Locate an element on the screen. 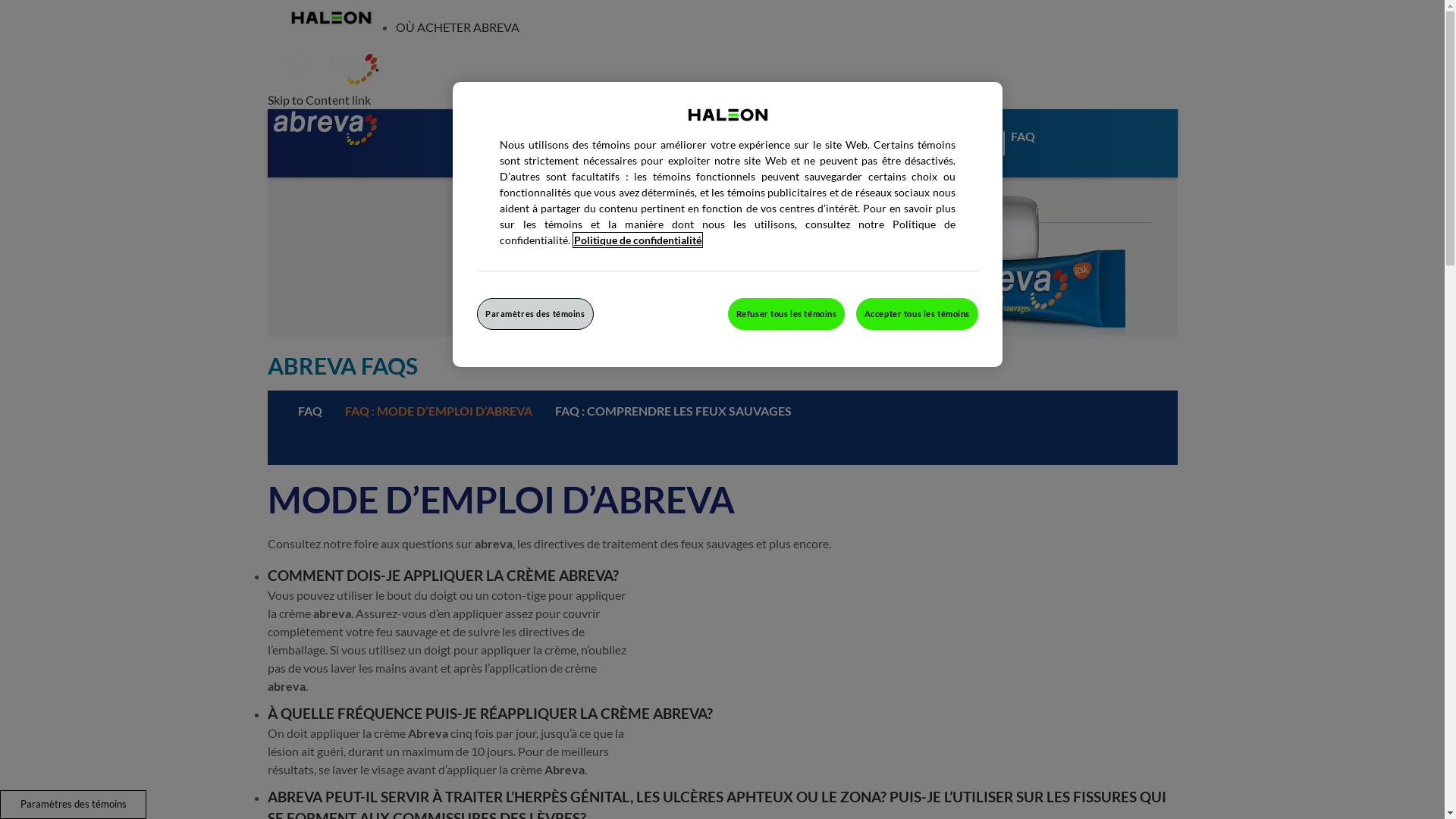 This screenshot has height=819, width=1456. 'FAQ : COMPRENDRE LES FEUX SAUVAGES' is located at coordinates (673, 411).